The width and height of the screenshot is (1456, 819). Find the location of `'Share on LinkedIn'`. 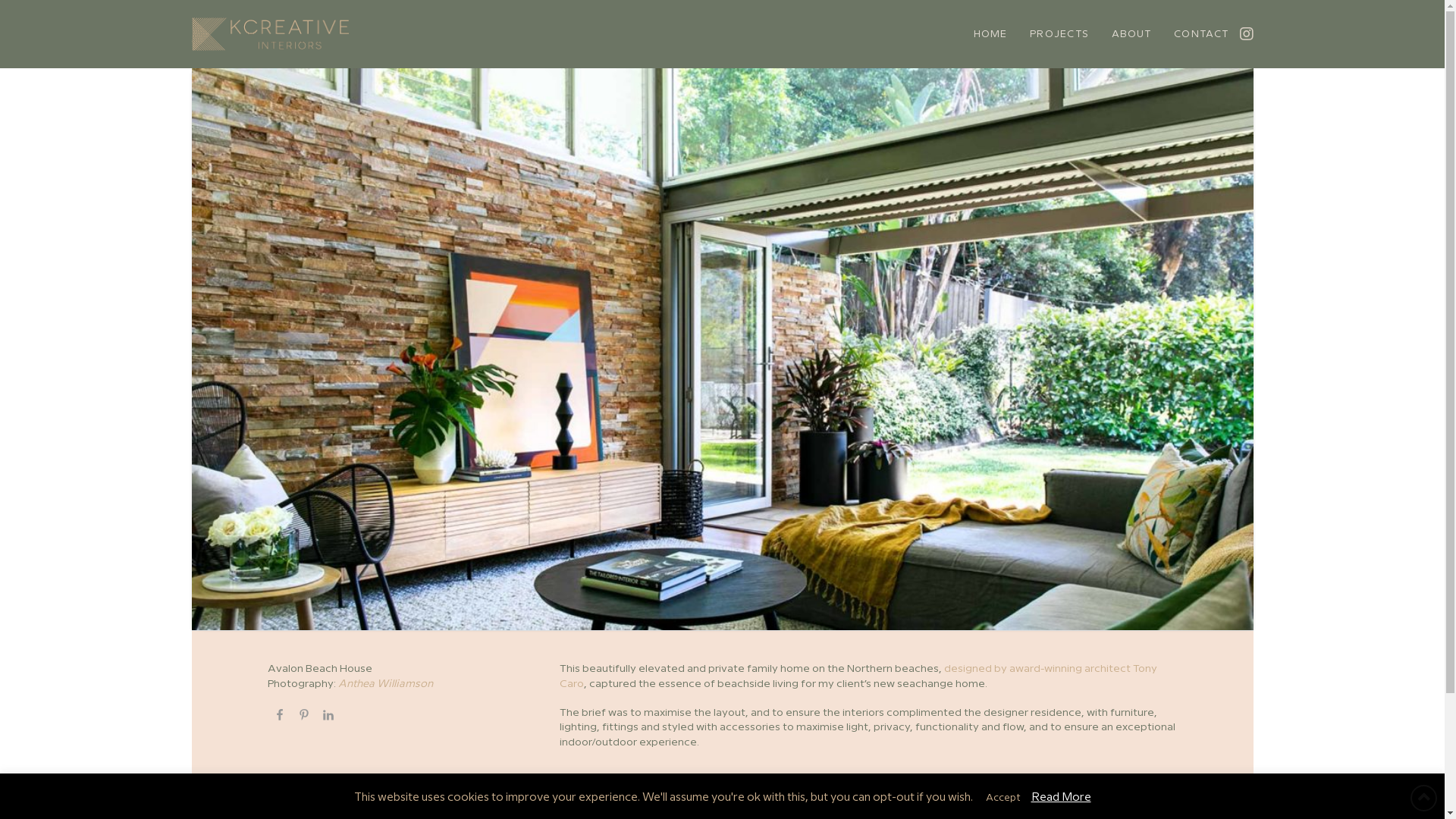

'Share on LinkedIn' is located at coordinates (327, 717).